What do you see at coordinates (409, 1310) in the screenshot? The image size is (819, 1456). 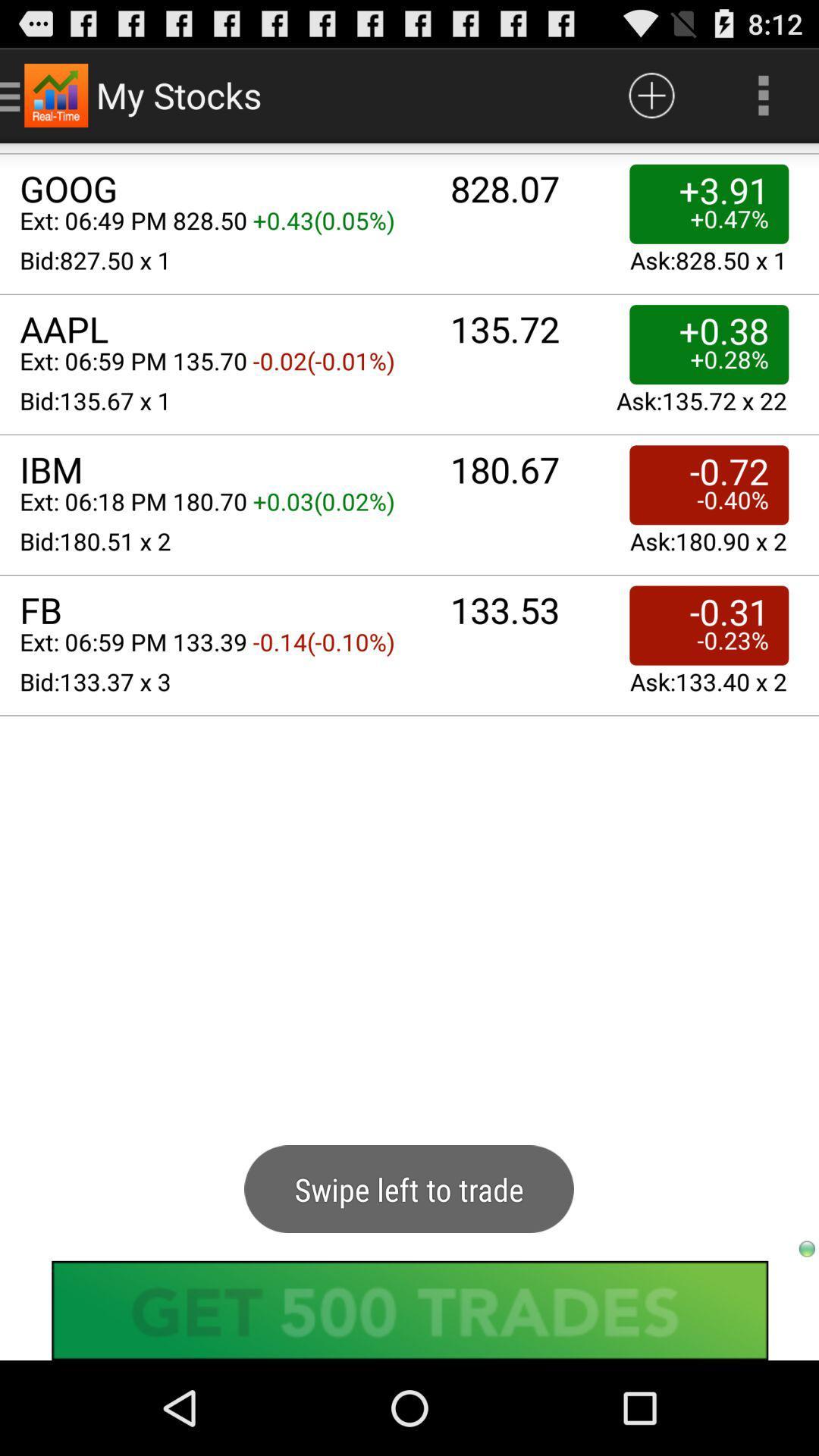 I see `shows the advertisement tab` at bounding box center [409, 1310].